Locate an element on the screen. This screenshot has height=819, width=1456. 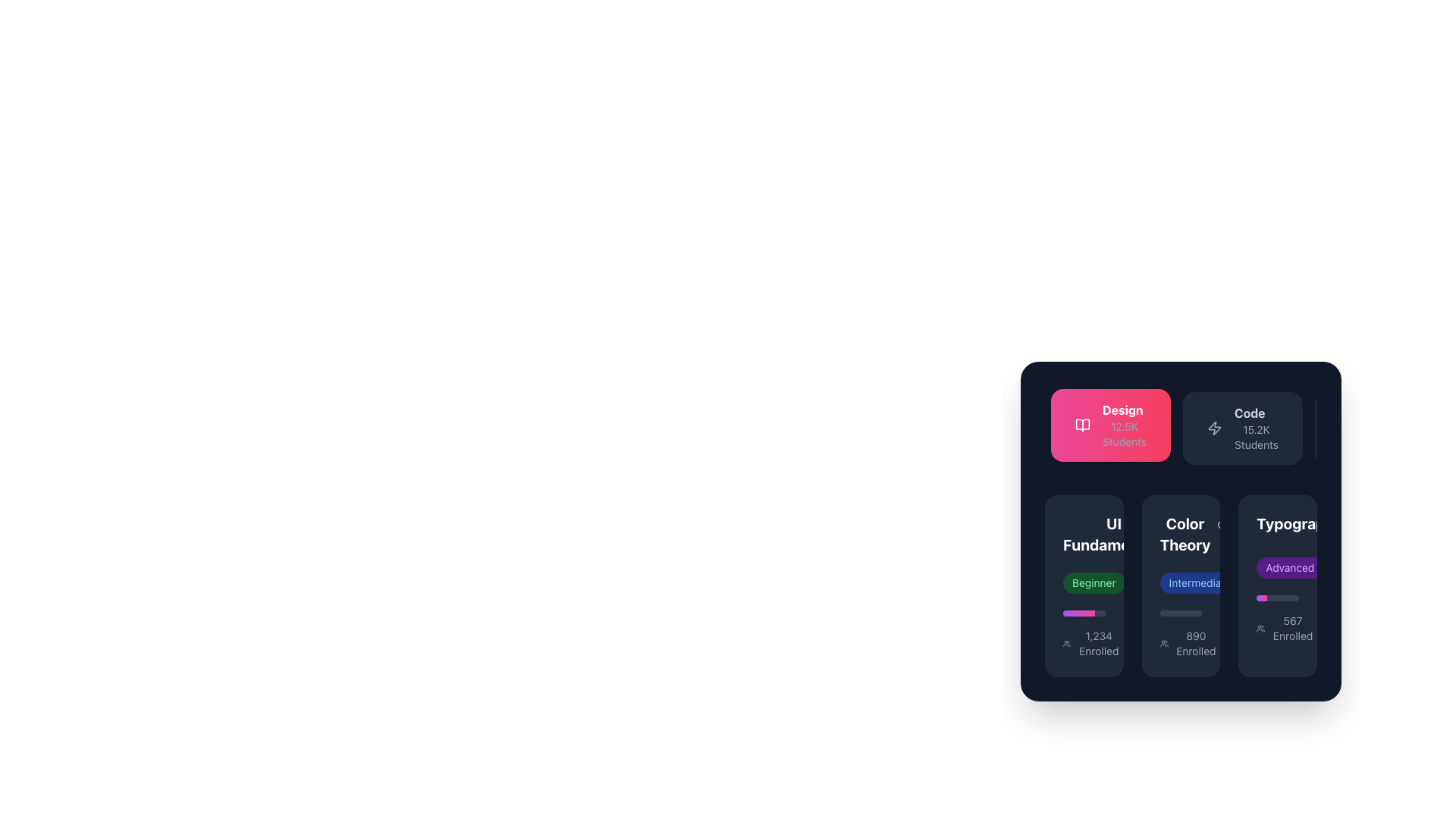
the text displaying '1h 45m' styled in light gray color, which is paired with a clock icon and positioned to the right of the 'Intermediate' label is located at coordinates (1270, 582).